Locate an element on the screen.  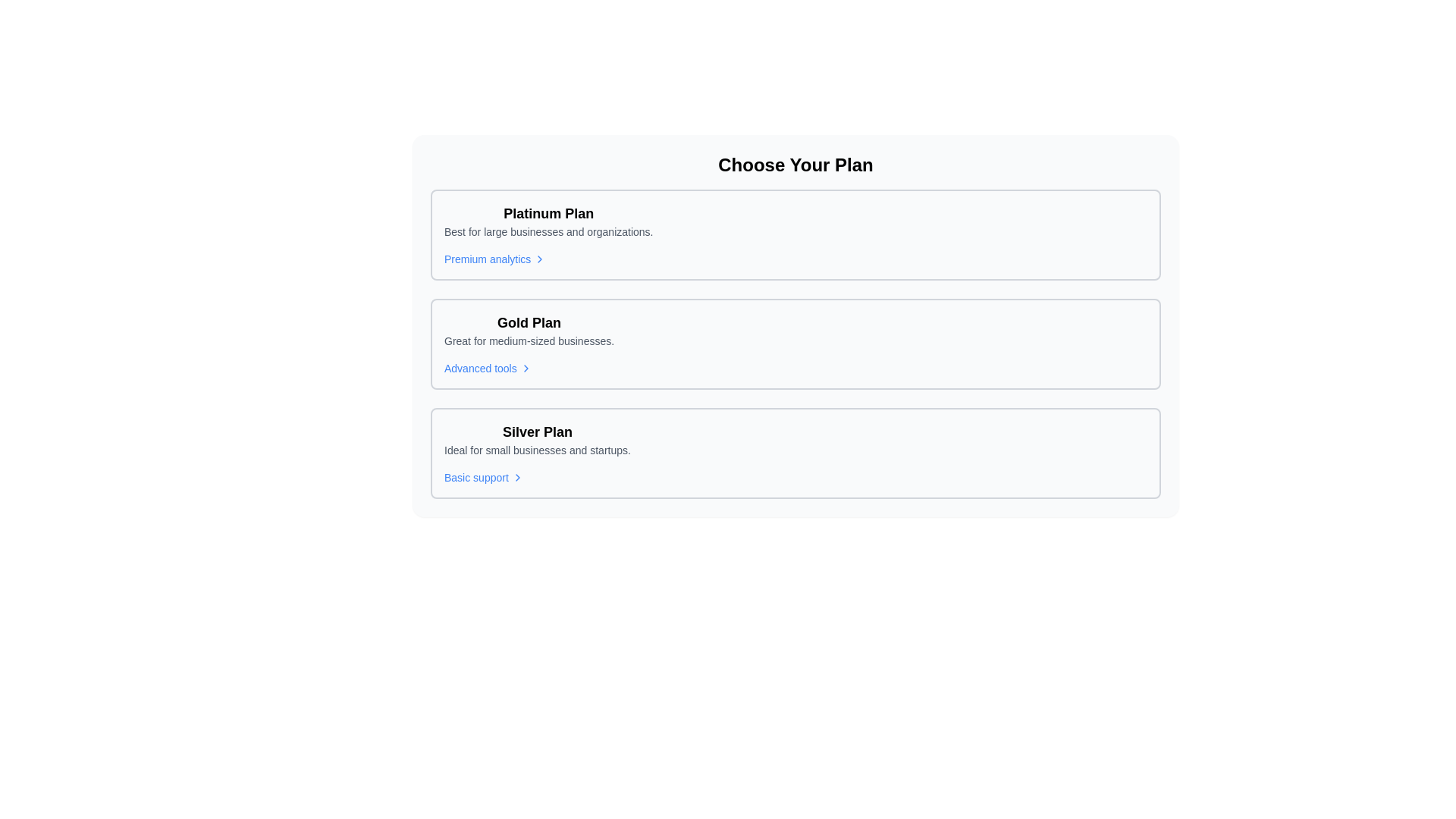
the non-interactive header text label that introduces the section for selecting a plan is located at coordinates (795, 165).